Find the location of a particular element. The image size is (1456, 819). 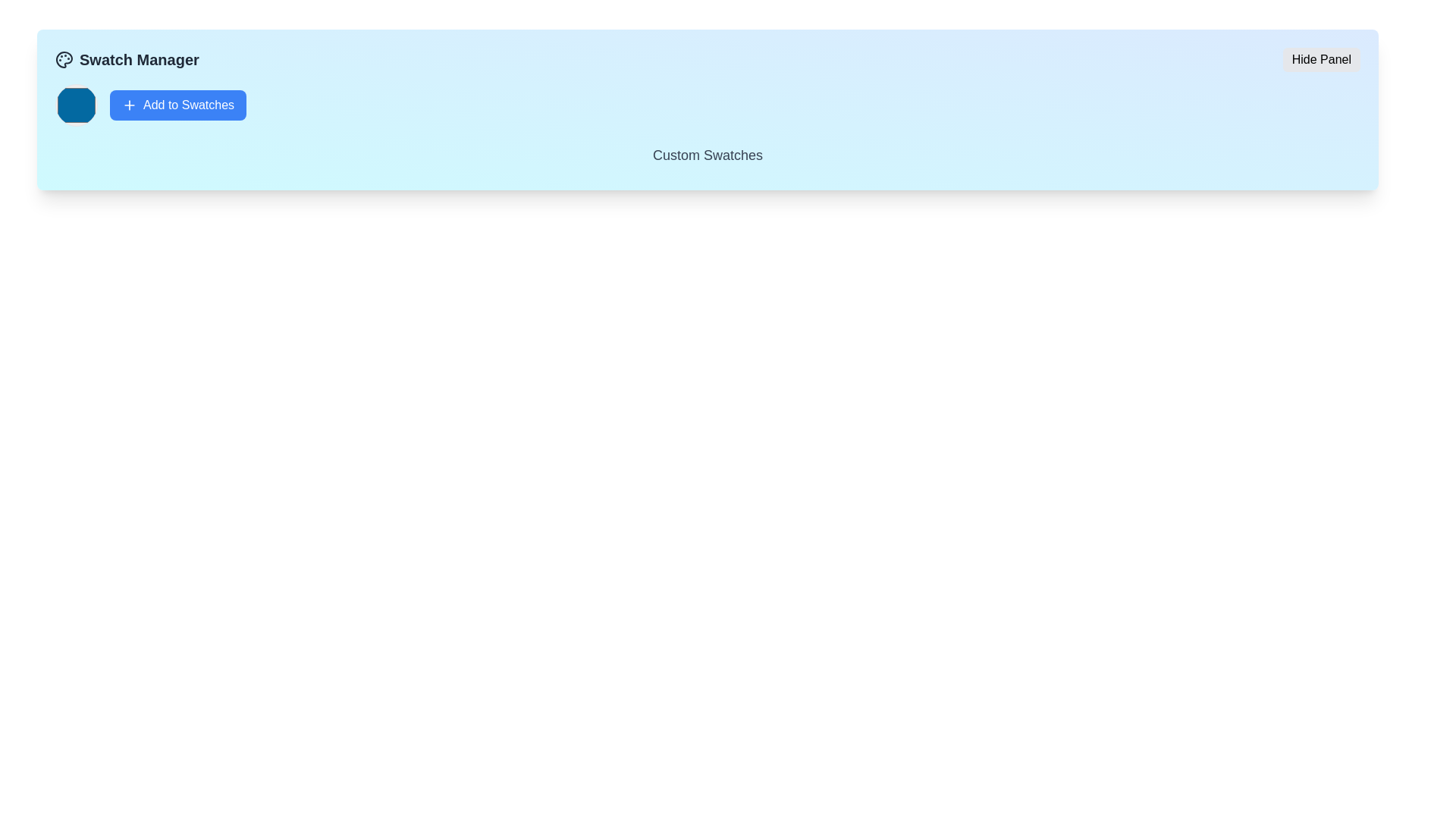

the 'Add to Swatches' button, which has a blue background and a white '+' icon, to invoke its functionality is located at coordinates (178, 104).